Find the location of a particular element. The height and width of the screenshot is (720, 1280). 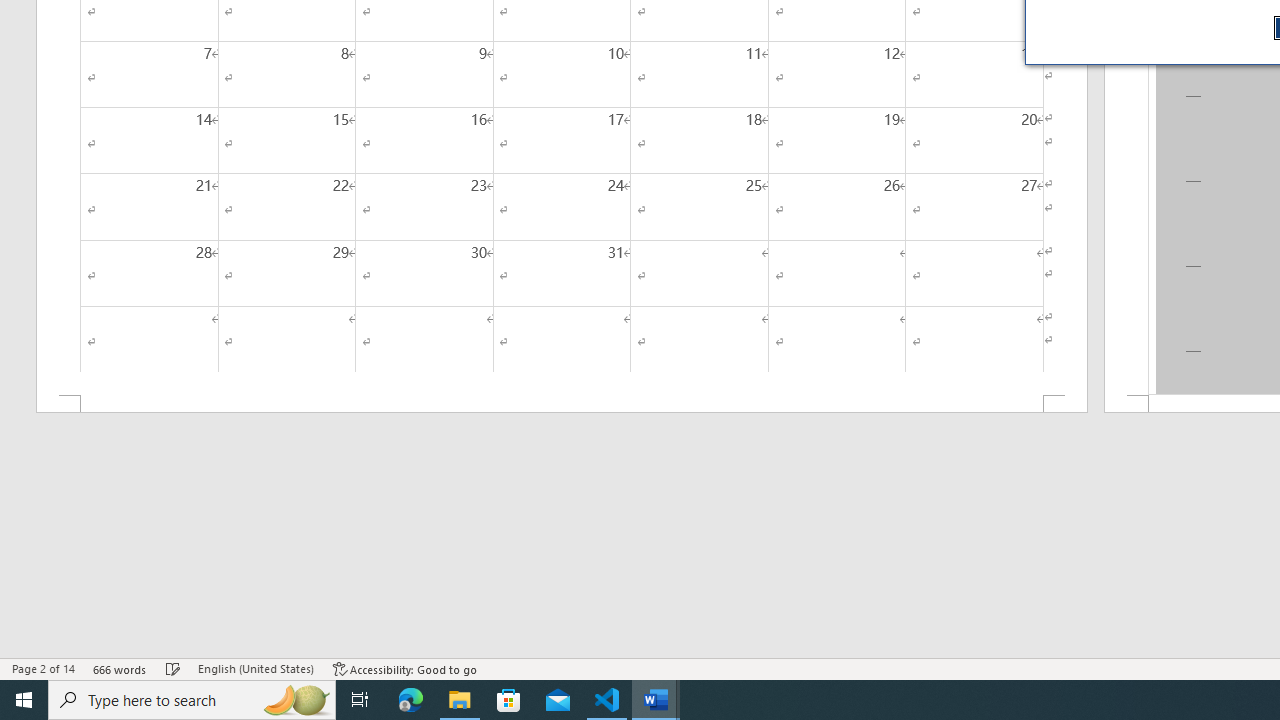

'Visual Studio Code - 1 running window' is located at coordinates (606, 698).